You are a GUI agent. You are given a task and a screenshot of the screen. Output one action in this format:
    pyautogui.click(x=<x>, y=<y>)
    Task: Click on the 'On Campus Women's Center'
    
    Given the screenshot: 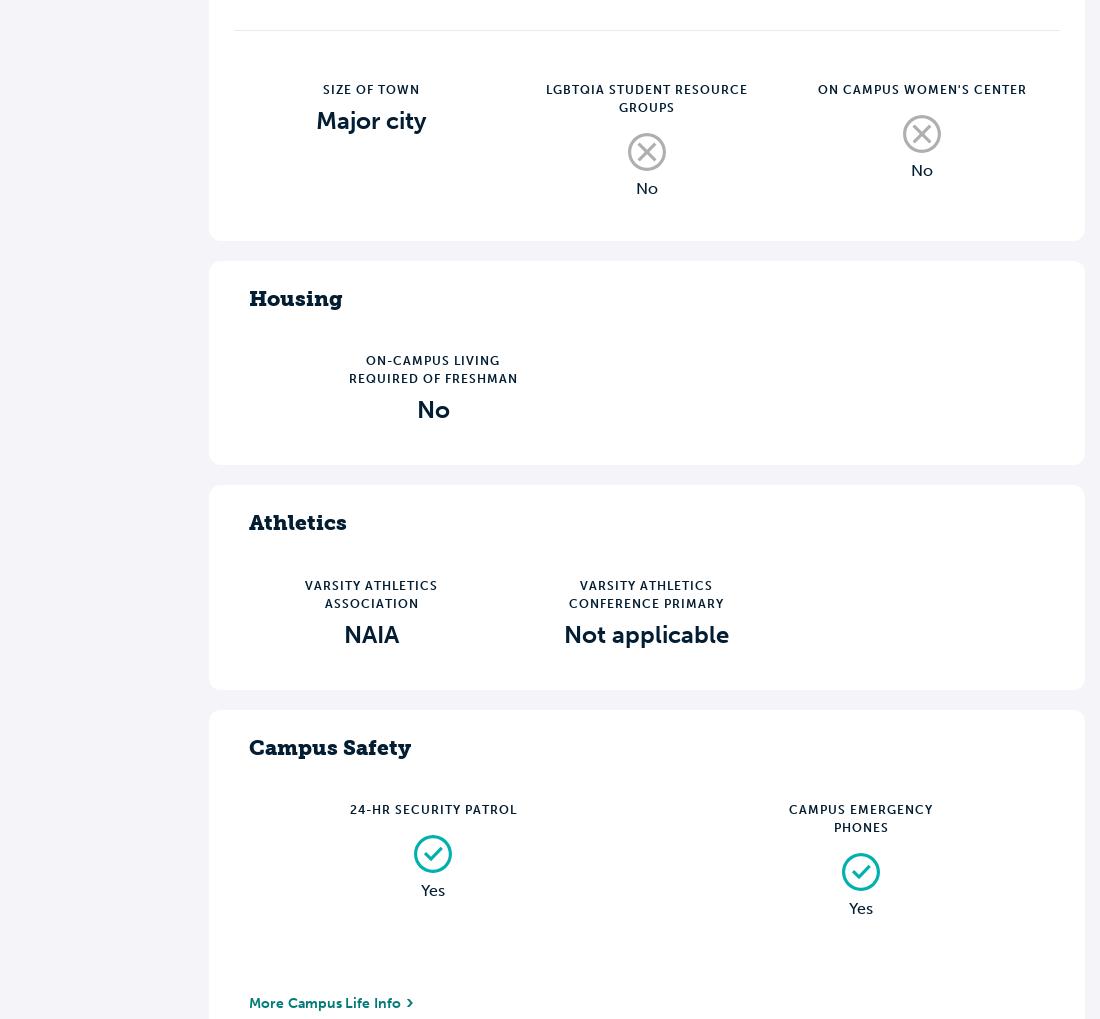 What is the action you would take?
    pyautogui.click(x=816, y=88)
    